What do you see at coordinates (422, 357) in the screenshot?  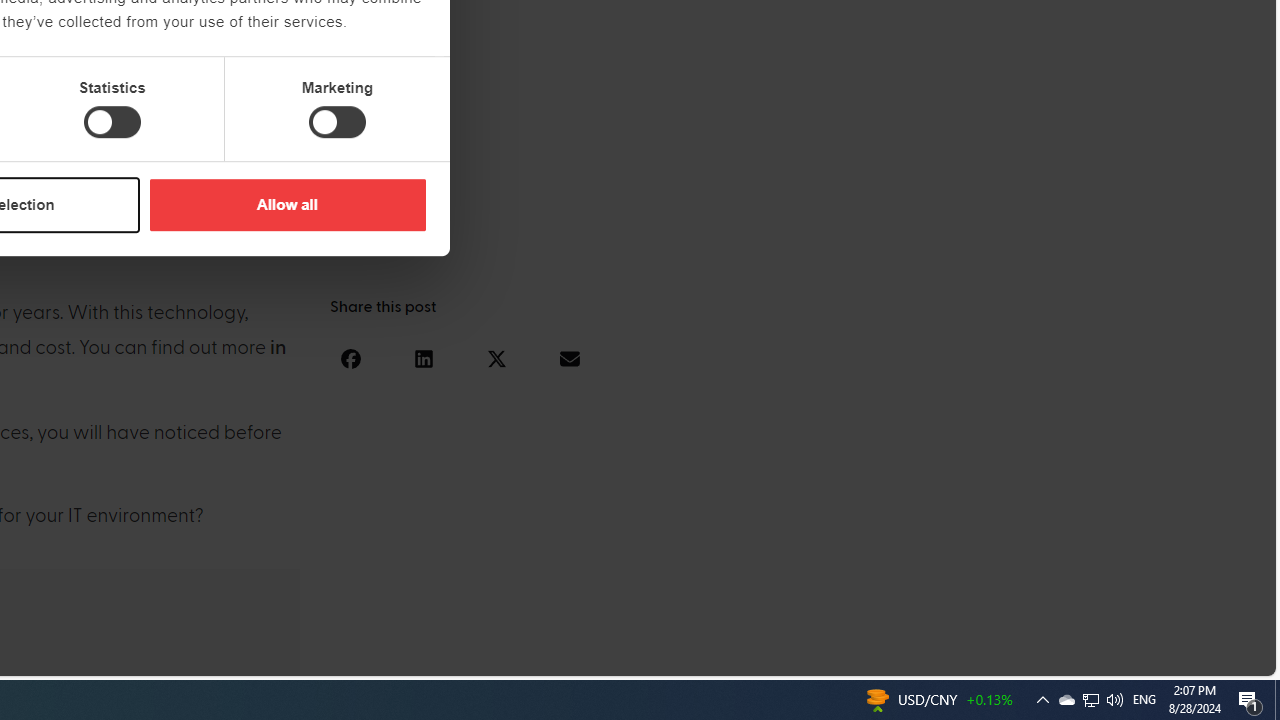 I see `'Share on linkedin'` at bounding box center [422, 357].